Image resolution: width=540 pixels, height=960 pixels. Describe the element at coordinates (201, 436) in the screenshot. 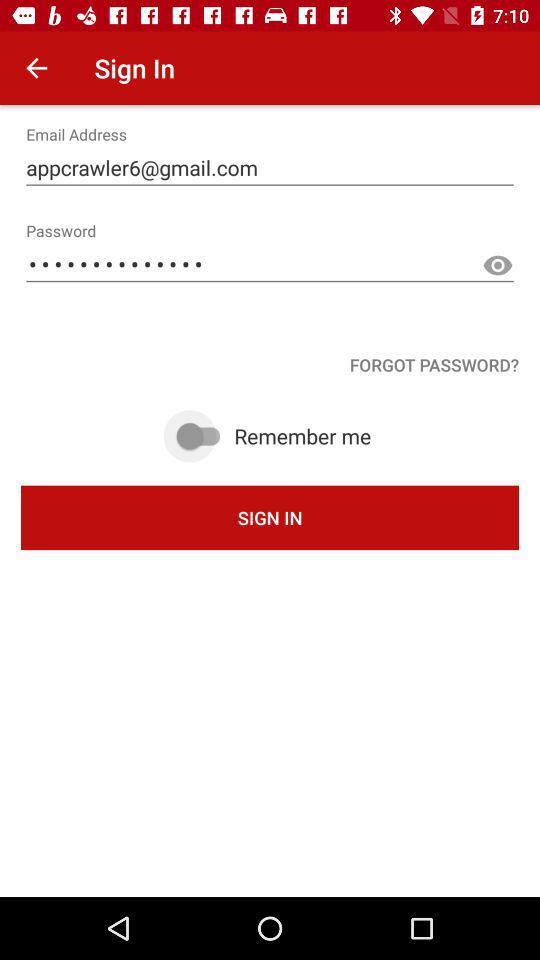

I see `remember me toggle switch` at that location.